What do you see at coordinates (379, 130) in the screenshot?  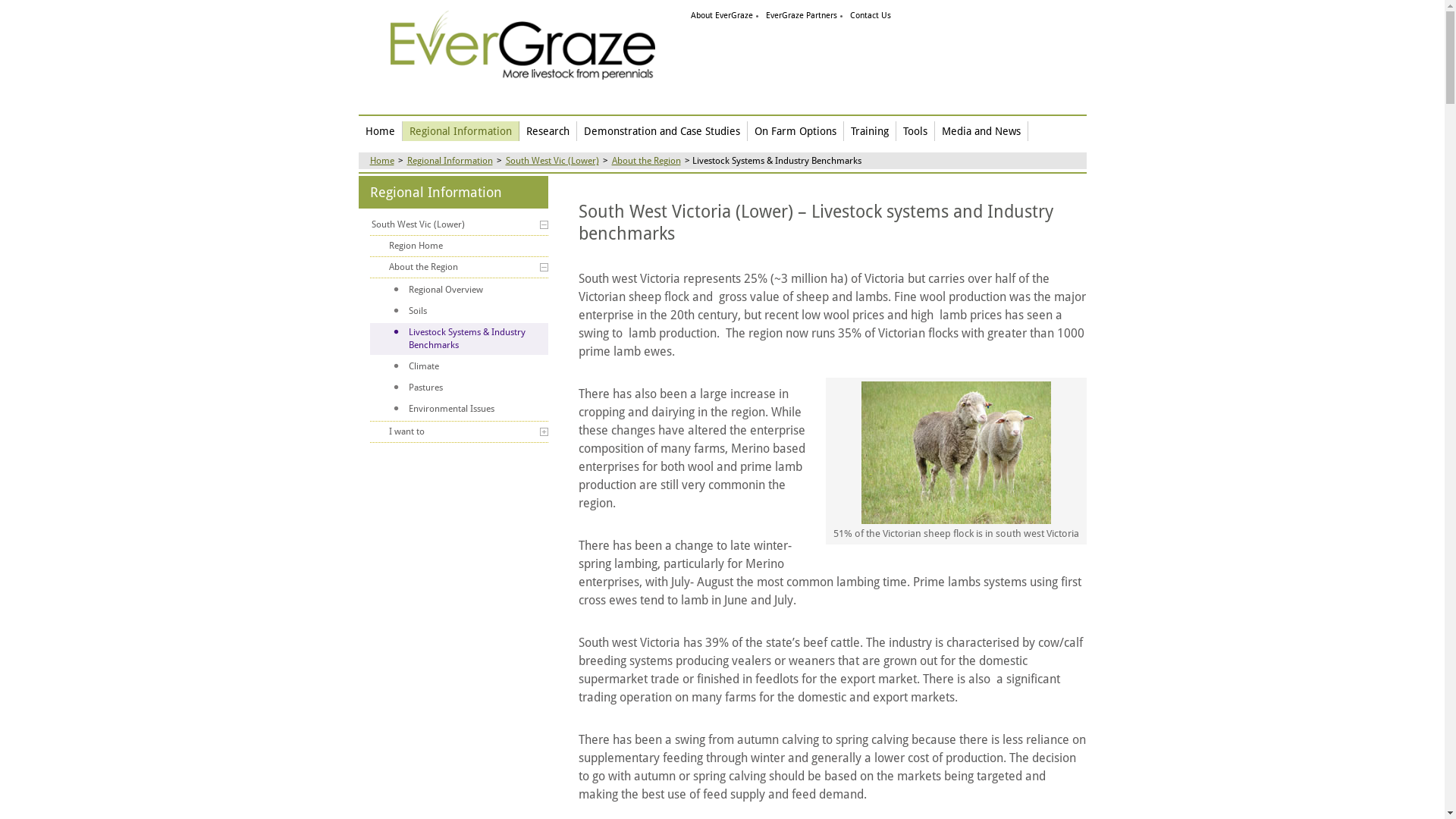 I see `'Home'` at bounding box center [379, 130].